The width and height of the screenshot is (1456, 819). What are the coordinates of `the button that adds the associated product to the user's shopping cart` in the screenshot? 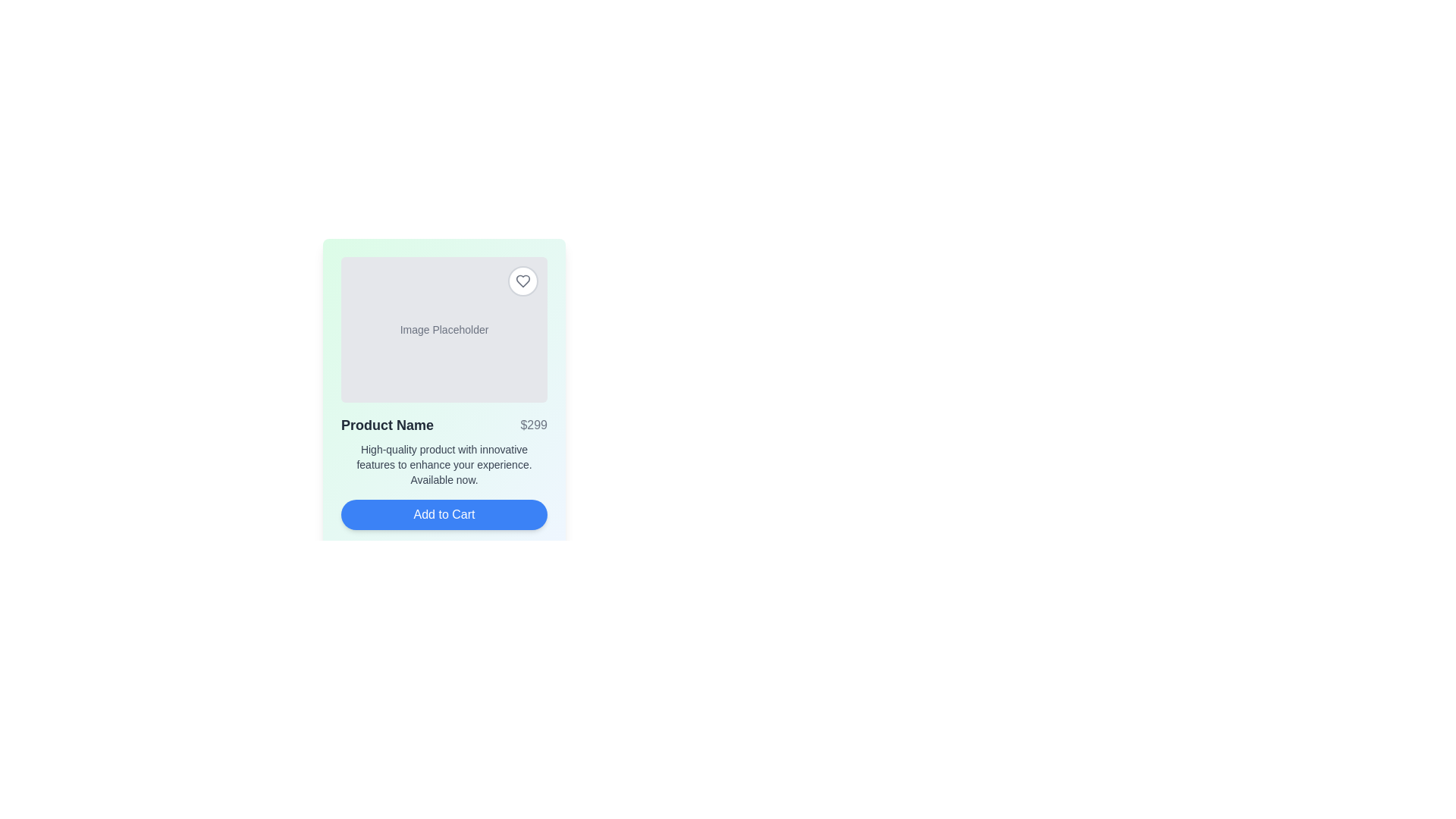 It's located at (443, 513).